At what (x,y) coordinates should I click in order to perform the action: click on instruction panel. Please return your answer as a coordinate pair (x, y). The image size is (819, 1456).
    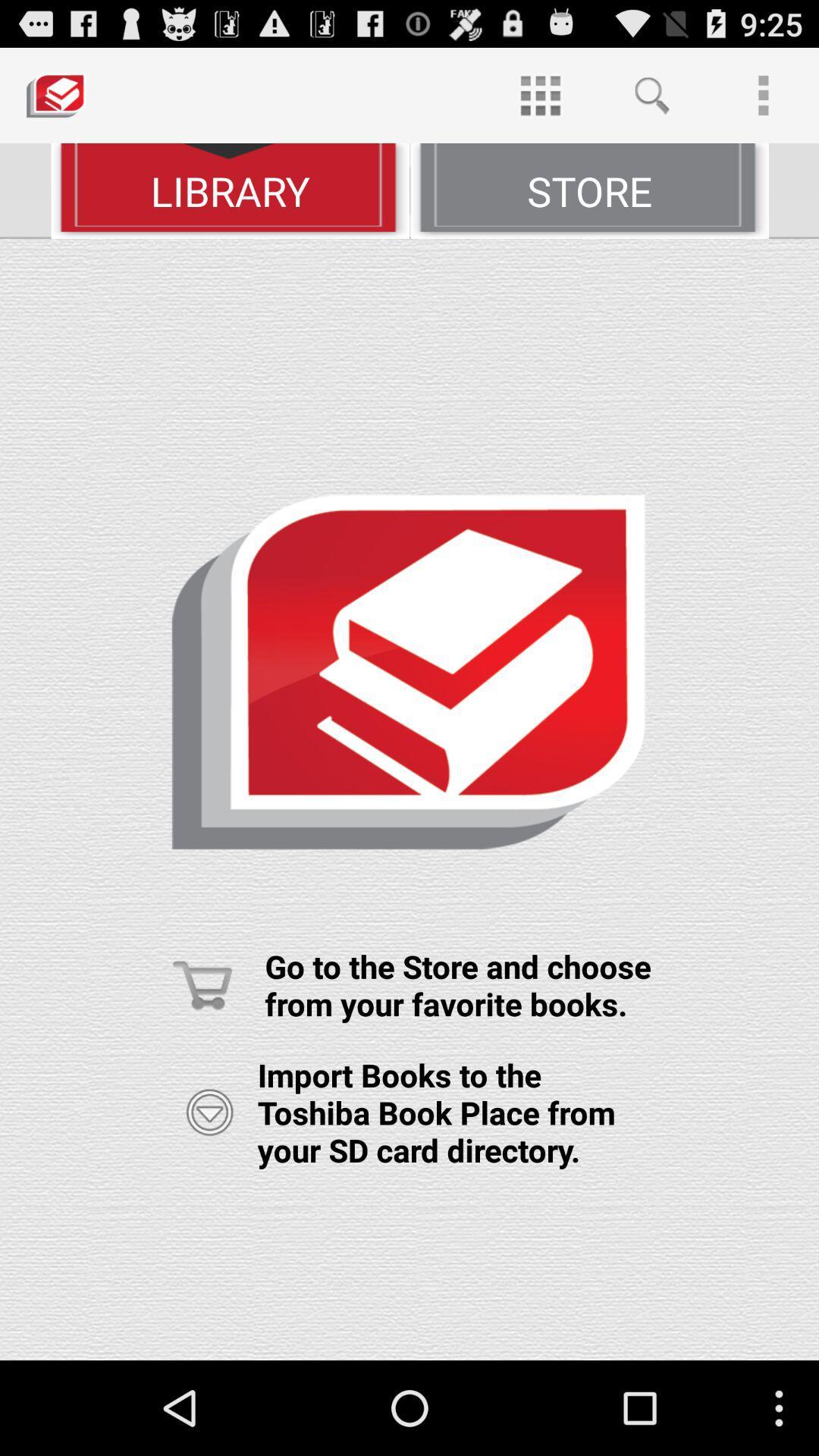
    Looking at the image, I should click on (409, 799).